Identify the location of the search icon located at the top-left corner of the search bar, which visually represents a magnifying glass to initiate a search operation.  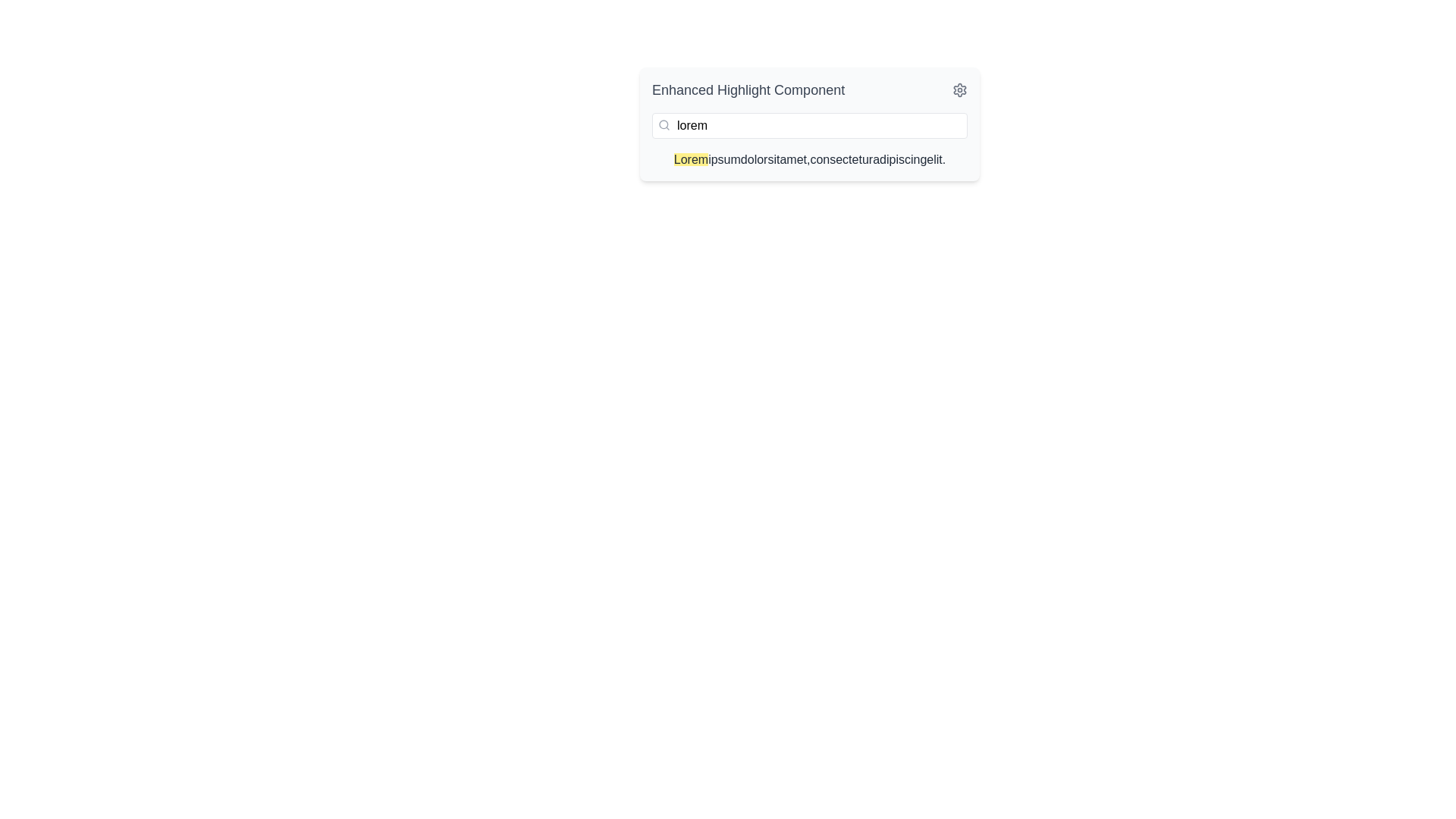
(664, 124).